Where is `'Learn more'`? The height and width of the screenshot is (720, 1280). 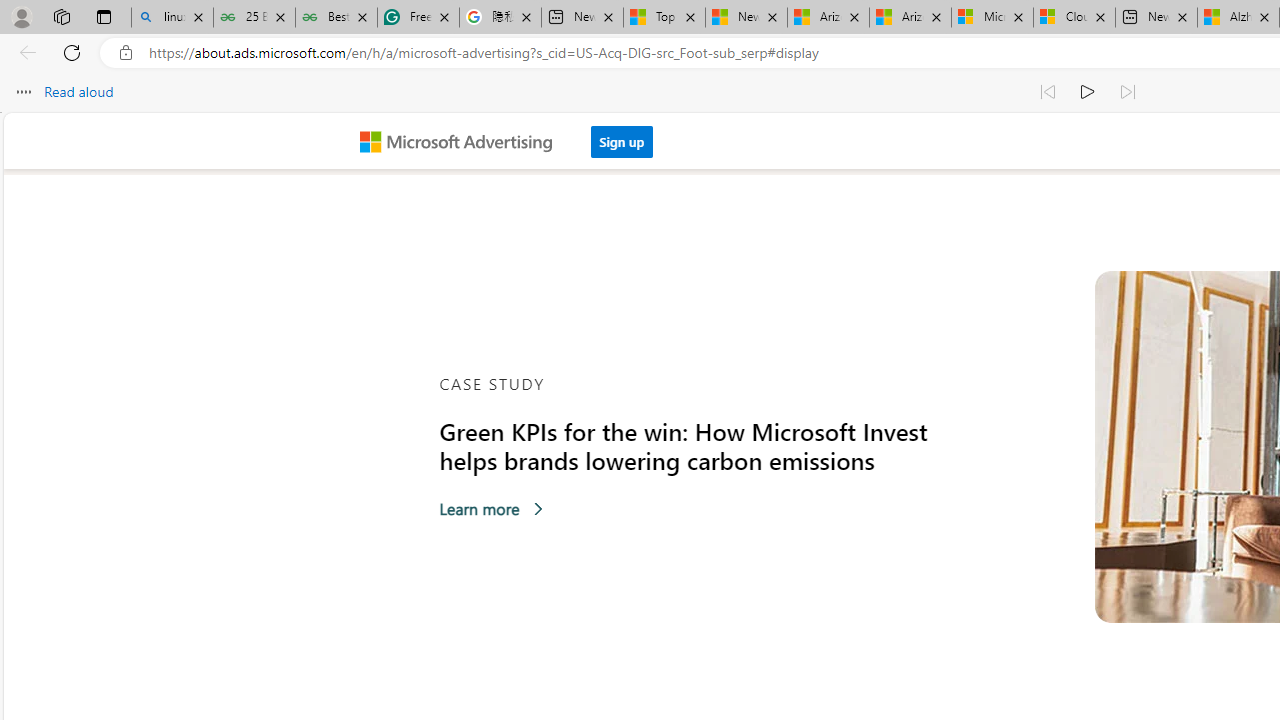
'Learn more' is located at coordinates (491, 508).